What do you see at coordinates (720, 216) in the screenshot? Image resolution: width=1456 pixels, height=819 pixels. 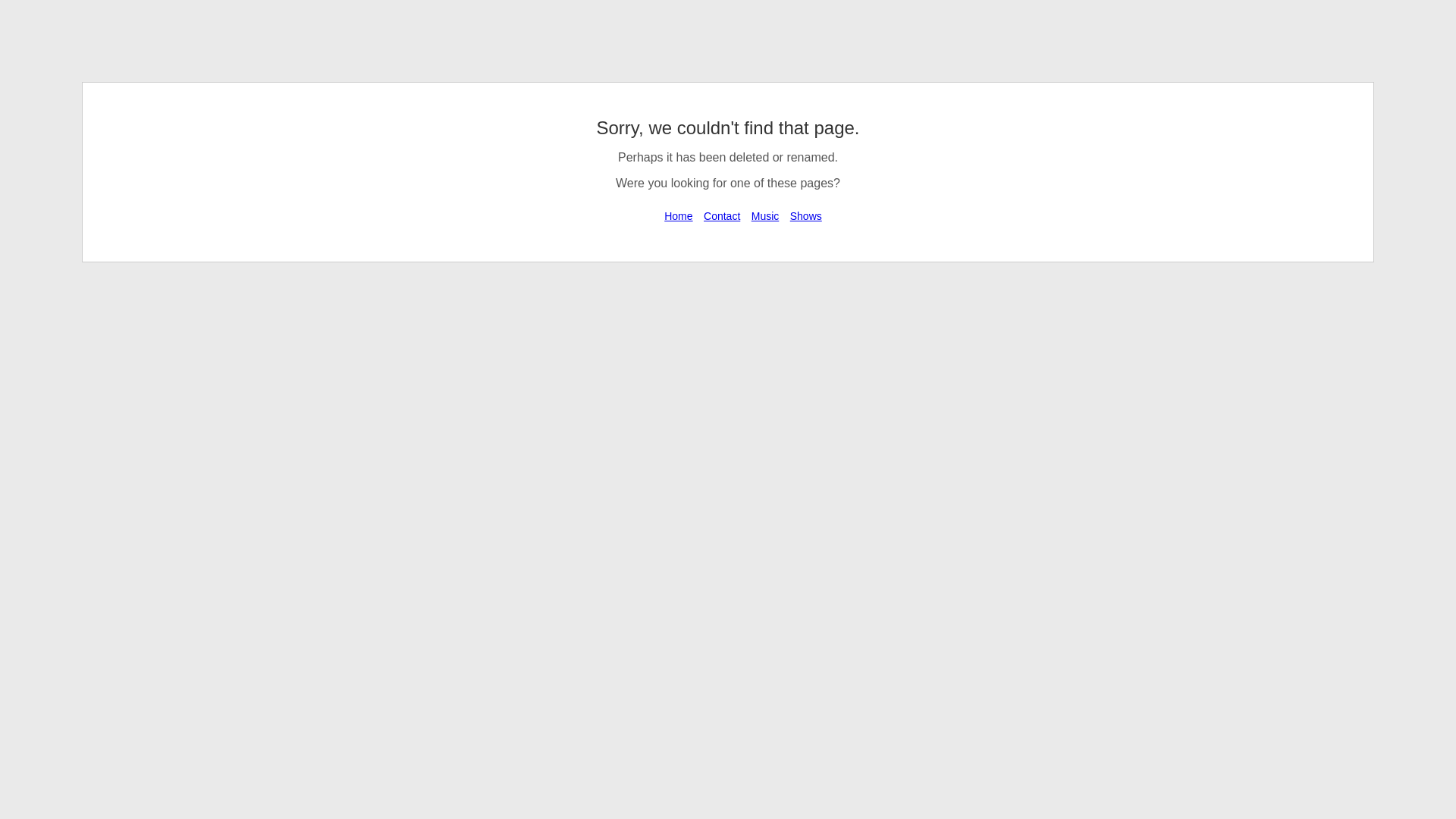 I see `'Contact'` at bounding box center [720, 216].